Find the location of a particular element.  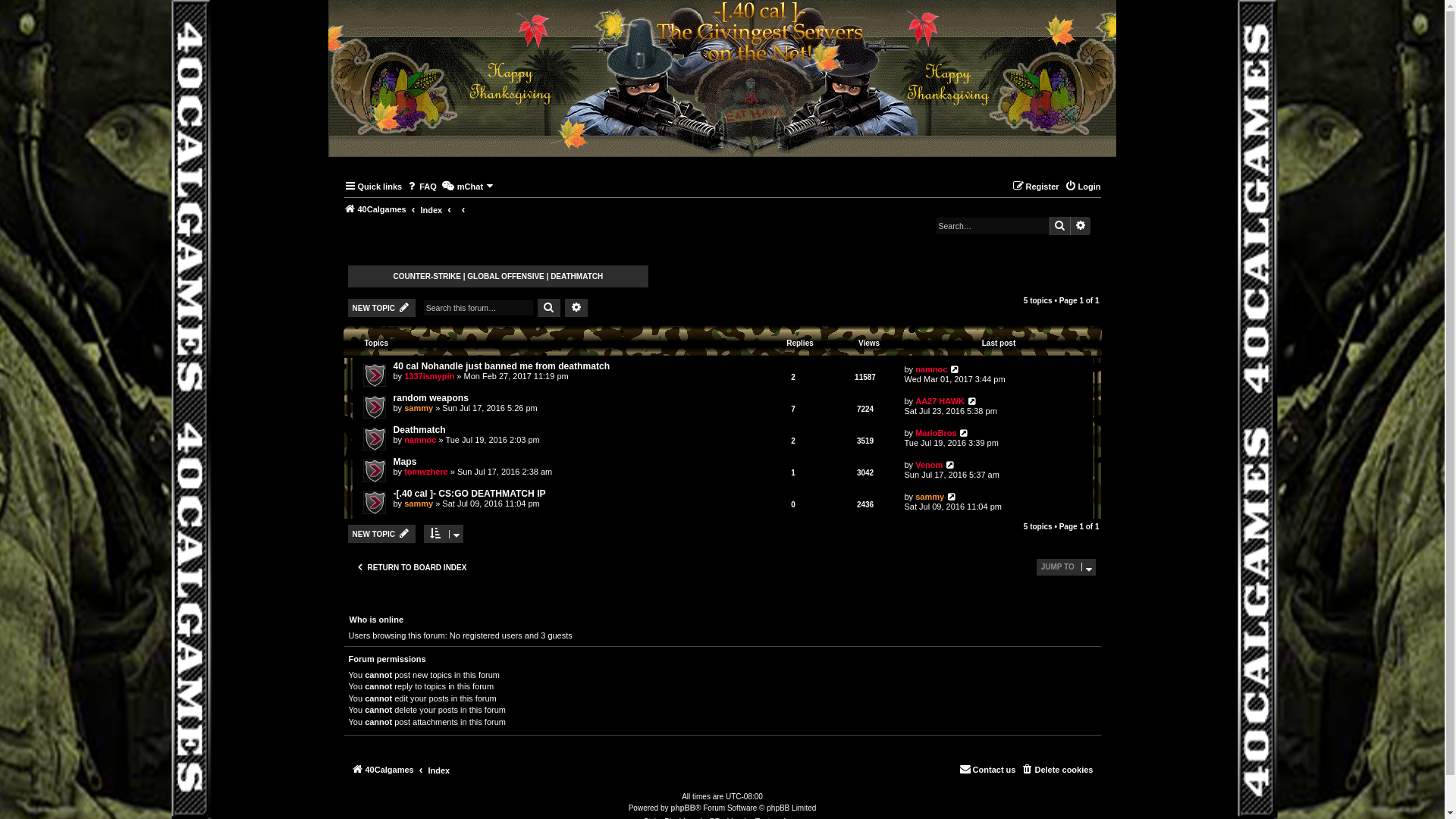

'Index' is located at coordinates (438, 770).